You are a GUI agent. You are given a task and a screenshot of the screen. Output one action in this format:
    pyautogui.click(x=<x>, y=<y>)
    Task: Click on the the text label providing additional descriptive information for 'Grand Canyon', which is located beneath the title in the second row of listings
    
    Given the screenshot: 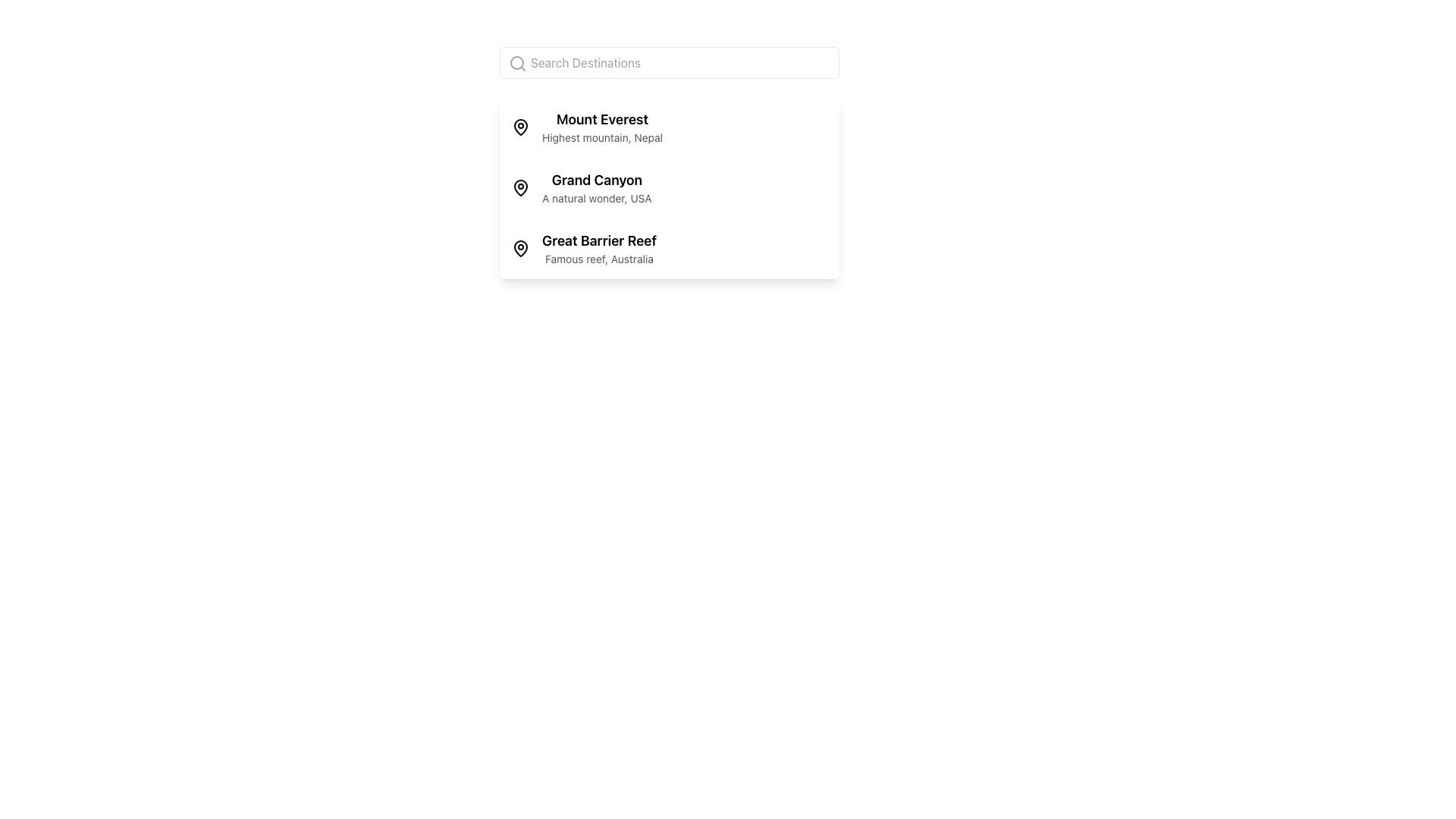 What is the action you would take?
    pyautogui.click(x=596, y=198)
    